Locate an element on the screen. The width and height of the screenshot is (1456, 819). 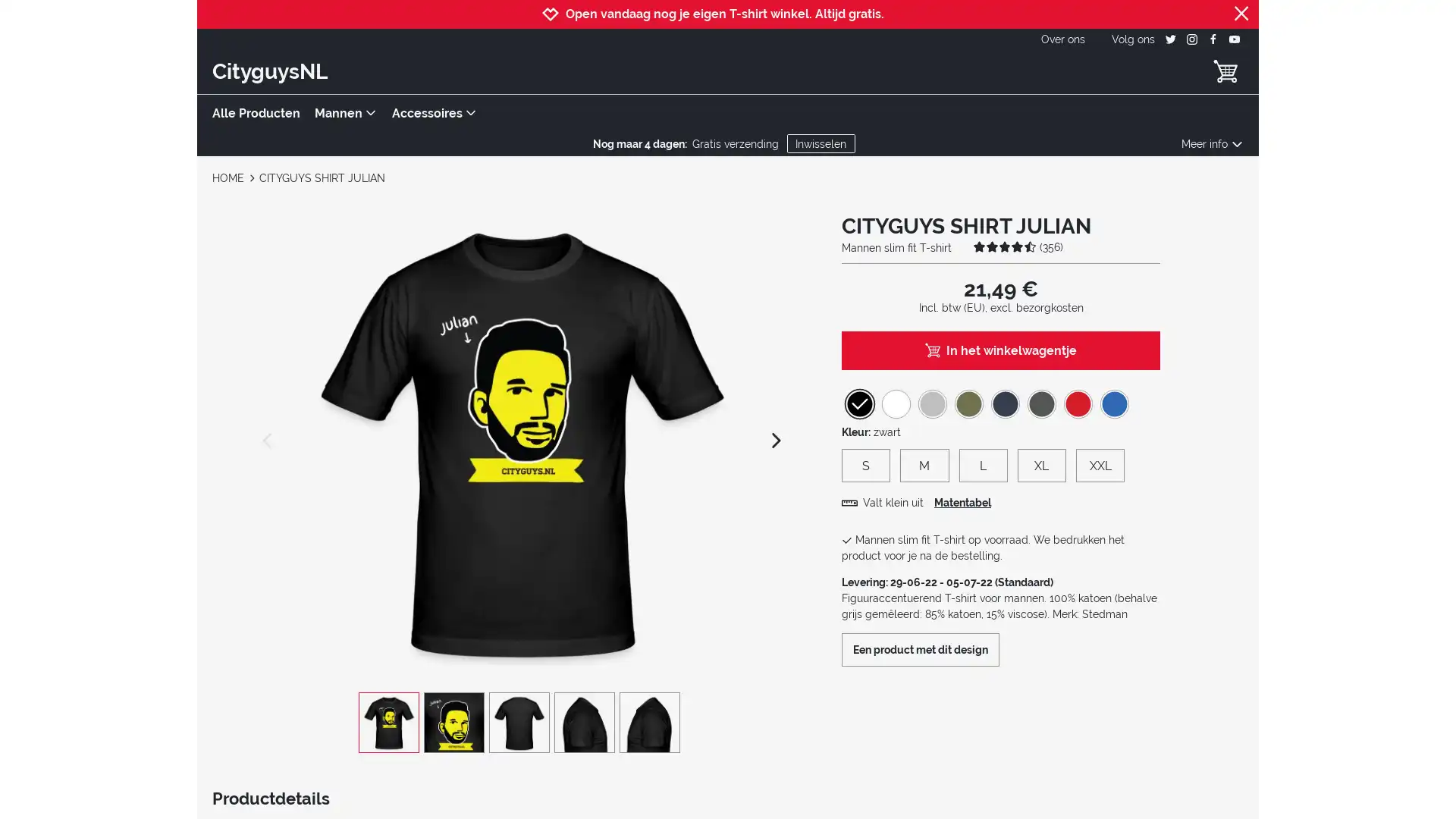
XL is located at coordinates (1040, 464).